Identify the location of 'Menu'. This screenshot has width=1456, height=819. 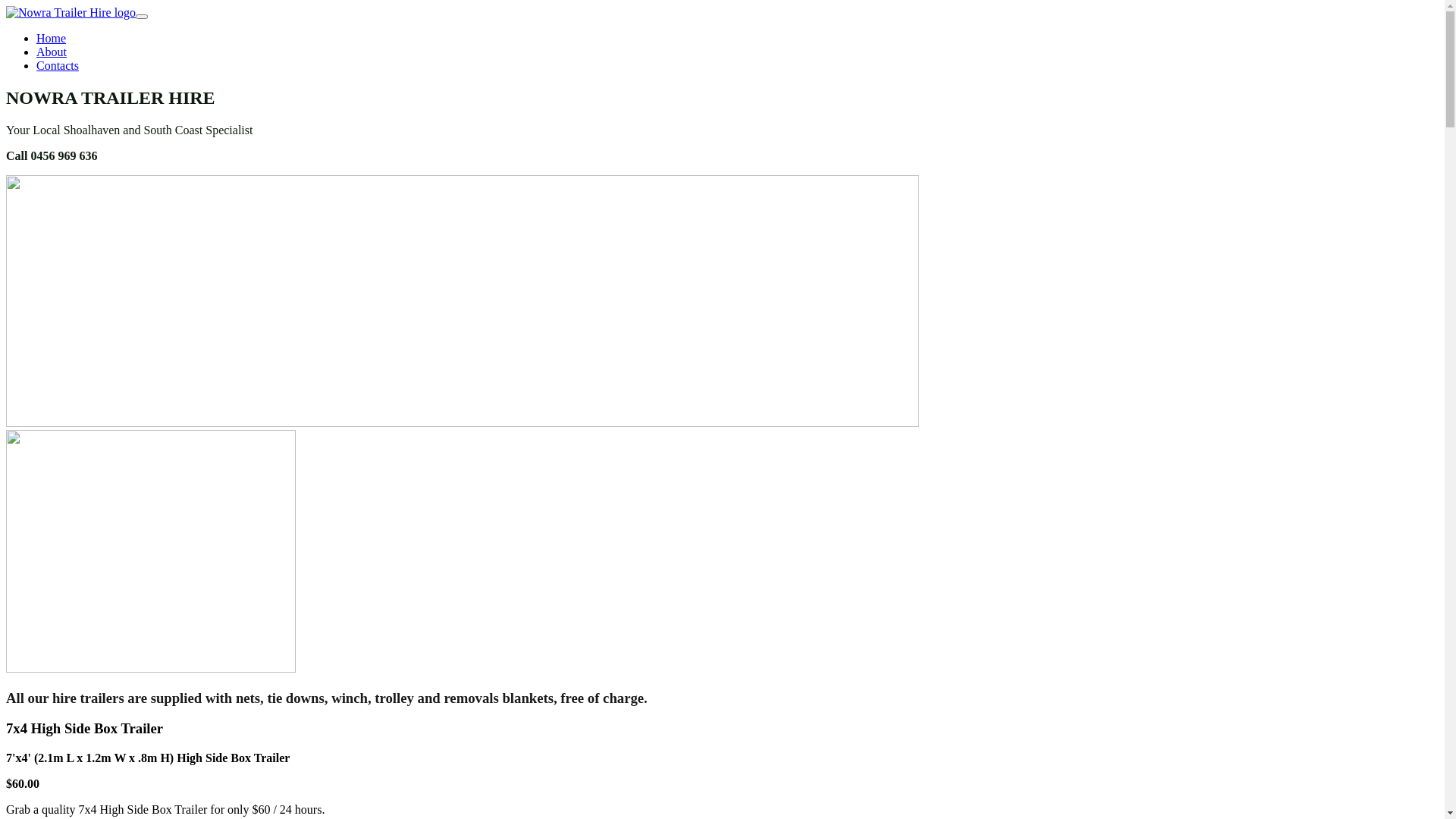
(142, 17).